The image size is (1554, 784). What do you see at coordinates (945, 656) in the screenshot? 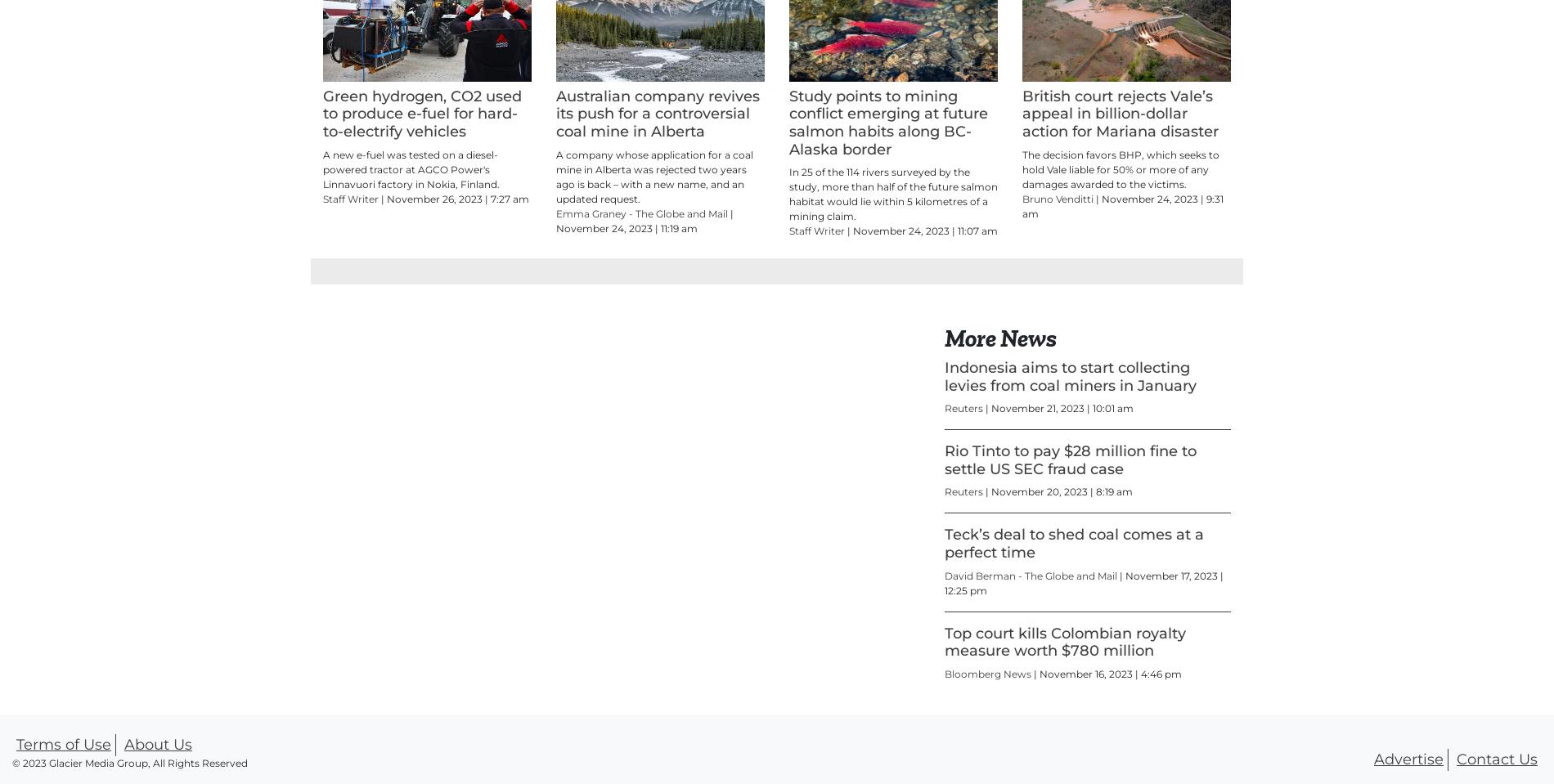
I see `'| November 17, 2023 | 12:25 pm'` at bounding box center [945, 656].